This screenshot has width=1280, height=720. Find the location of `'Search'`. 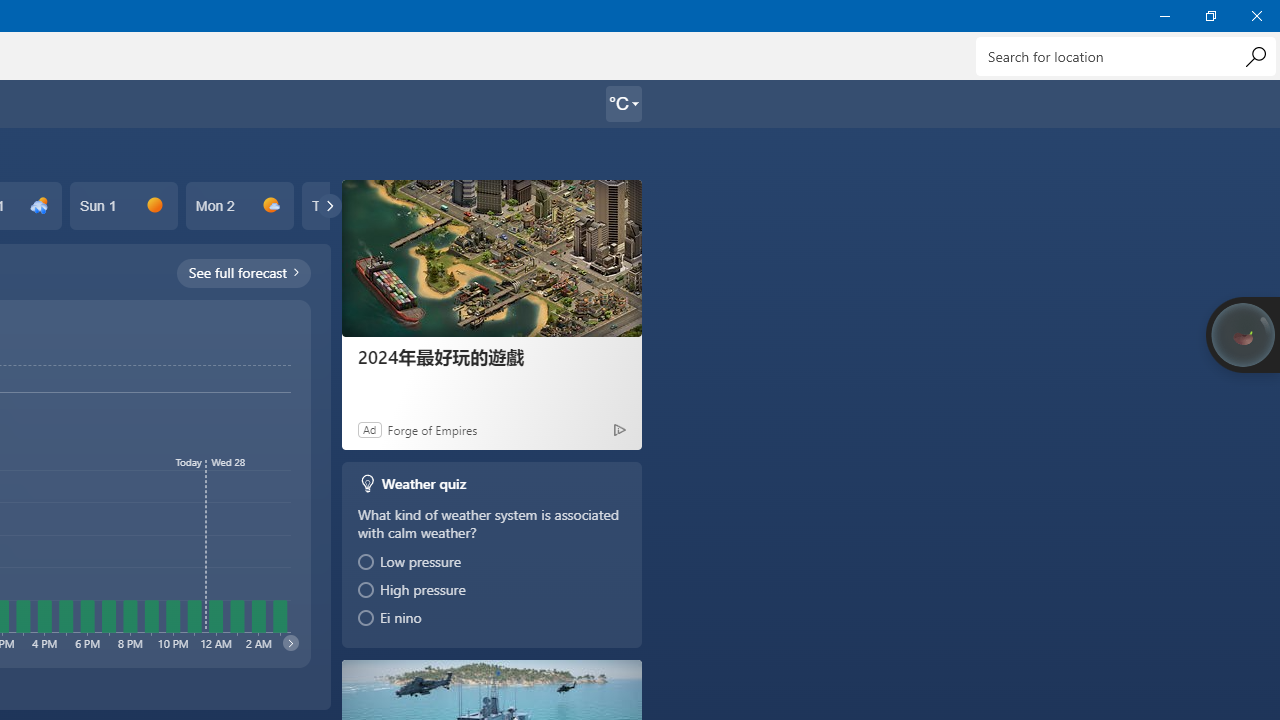

'Search' is located at coordinates (1254, 55).